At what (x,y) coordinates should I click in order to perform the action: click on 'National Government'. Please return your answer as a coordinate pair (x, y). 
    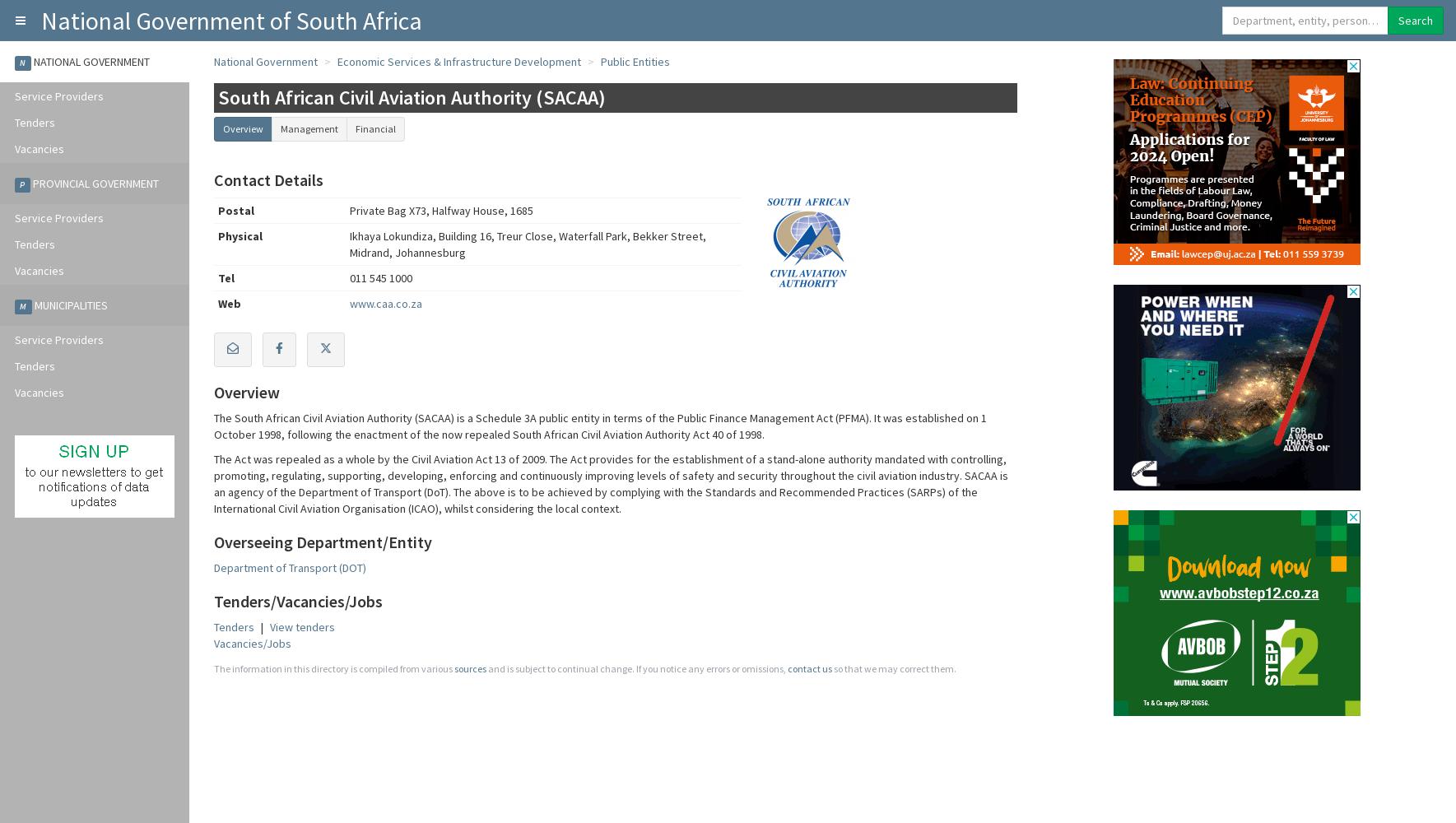
    Looking at the image, I should click on (266, 61).